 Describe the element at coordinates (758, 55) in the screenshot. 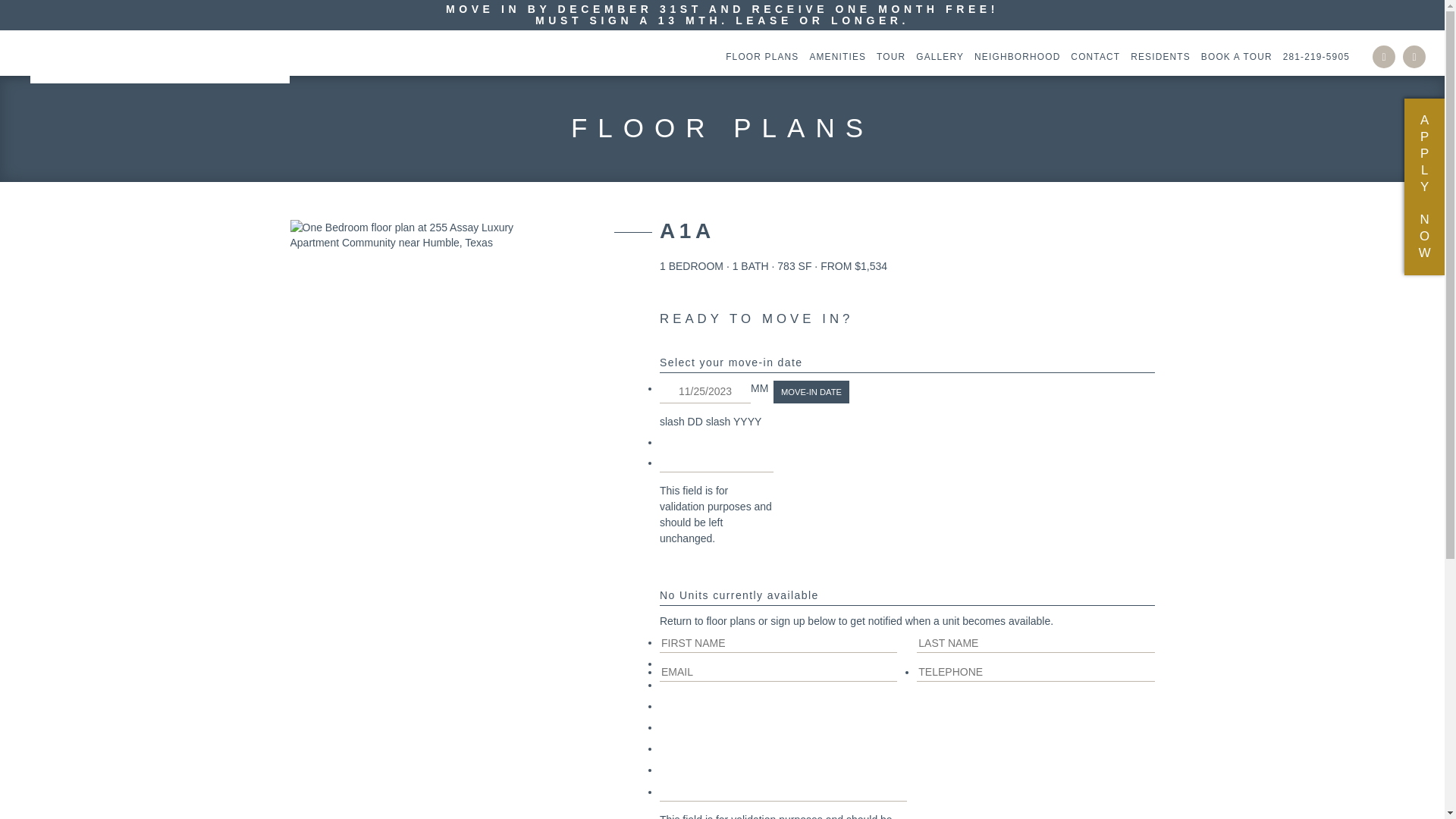

I see `'FLOOR PLANS'` at that location.